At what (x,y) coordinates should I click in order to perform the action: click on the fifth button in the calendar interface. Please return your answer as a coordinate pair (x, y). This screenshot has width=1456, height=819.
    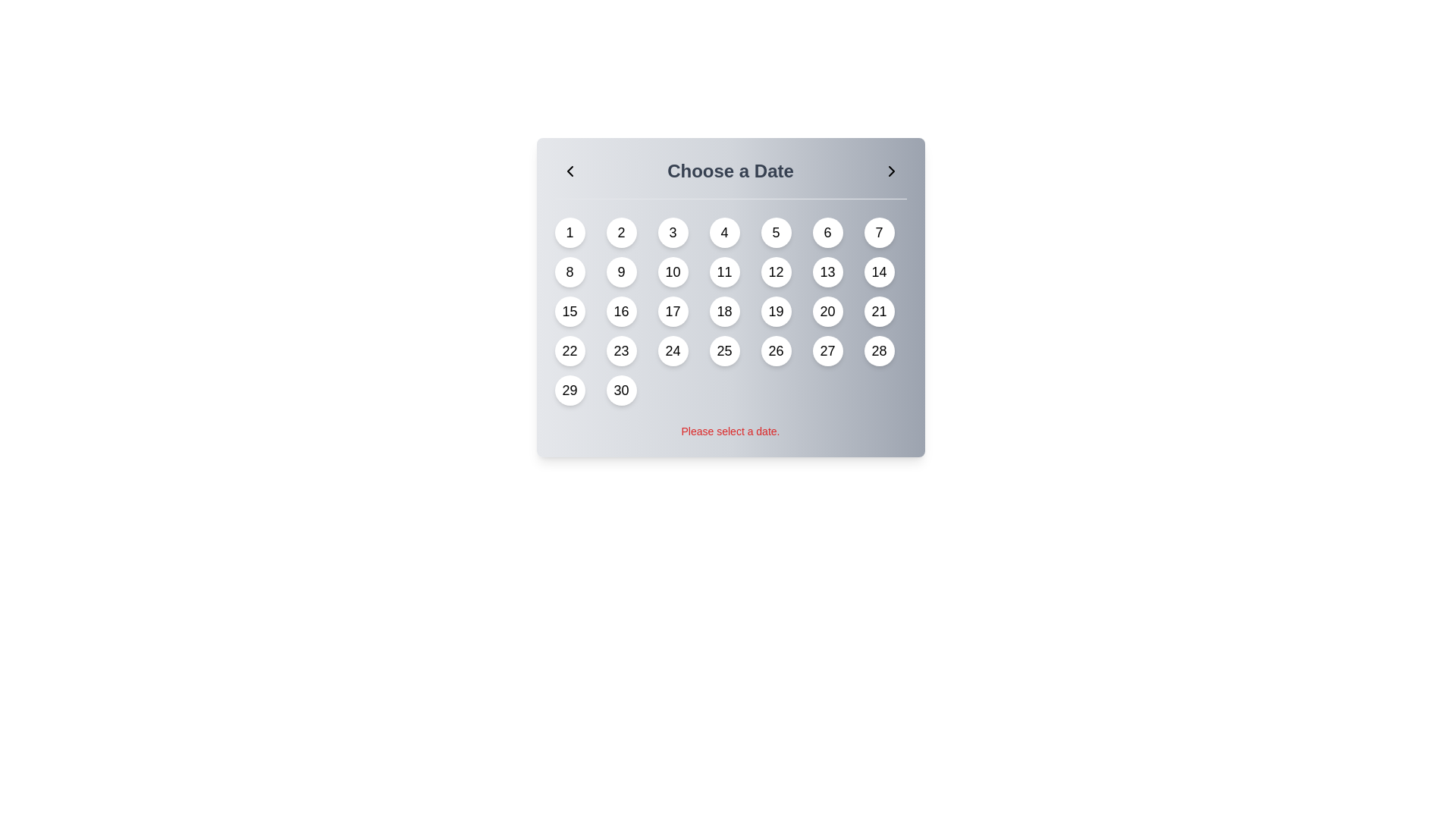
    Looking at the image, I should click on (776, 233).